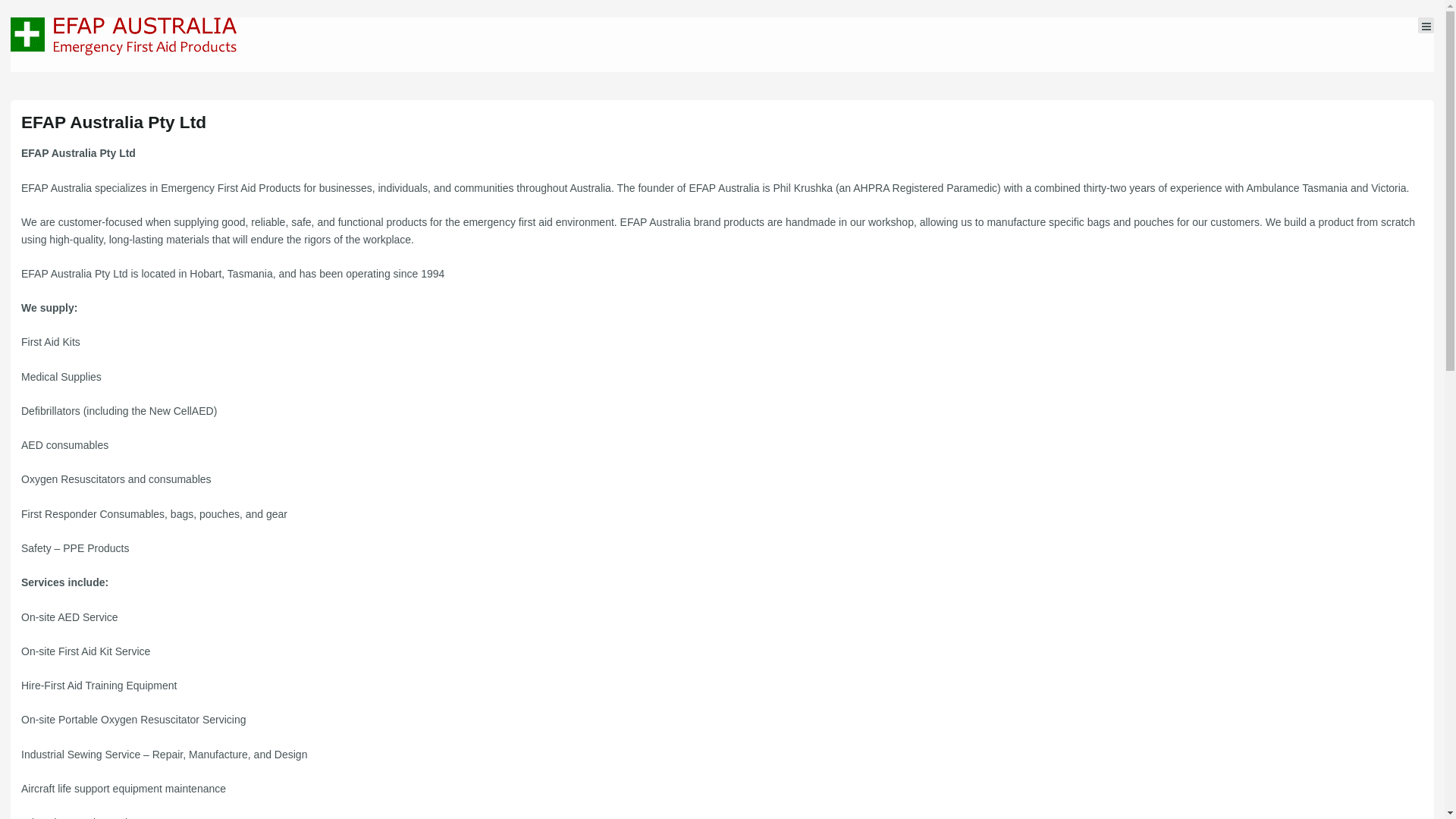  I want to click on 'Emergency First Aid Products Tasmania', so click(124, 35).